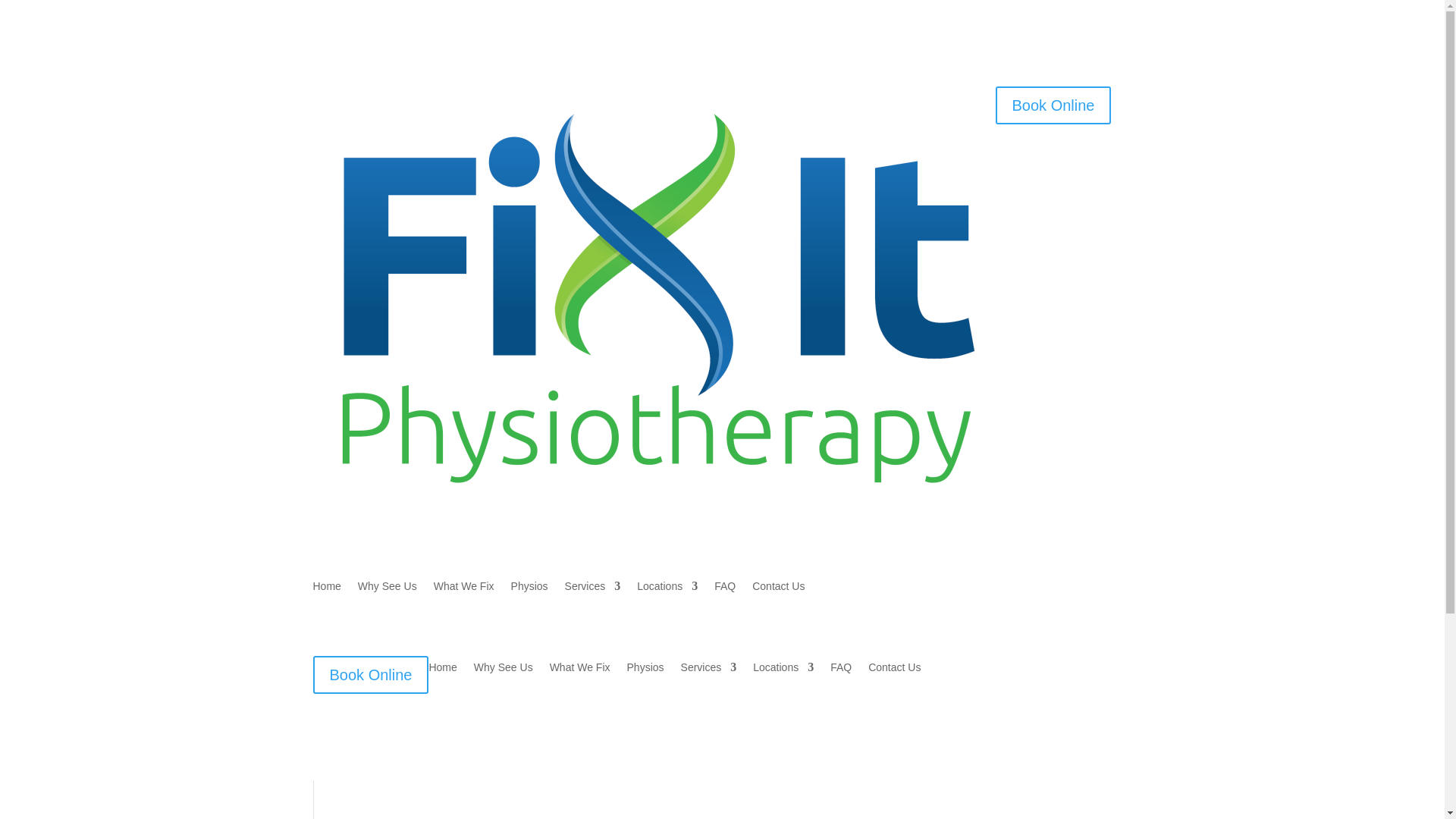  Describe the element at coordinates (1052, 104) in the screenshot. I see `'Book Online'` at that location.